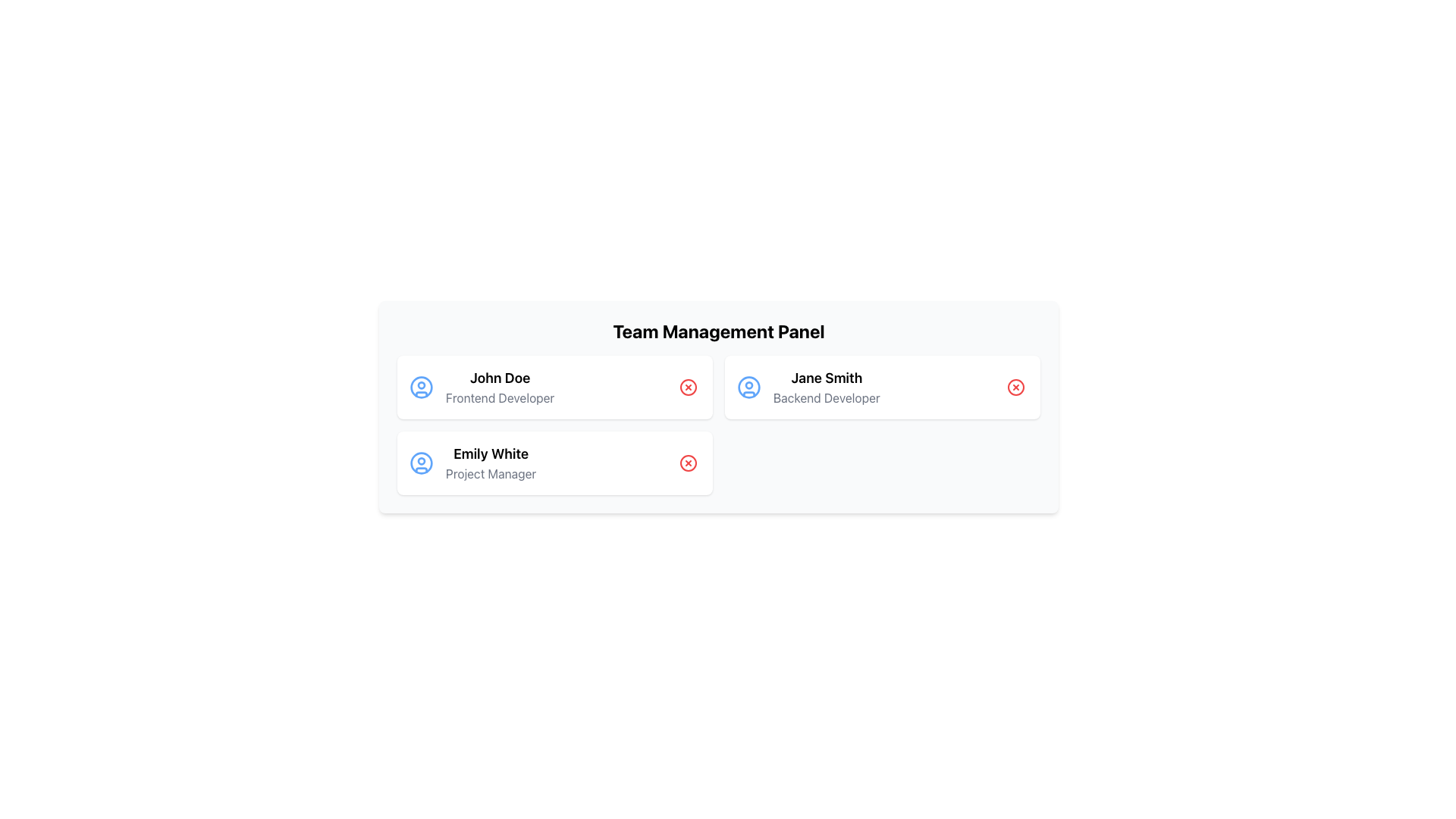  I want to click on the informational text label indicating the job title 'Backend Developer' for 'Jane Smith', located at the bottom of the card in the right column under 'Team Management Panel', so click(826, 397).